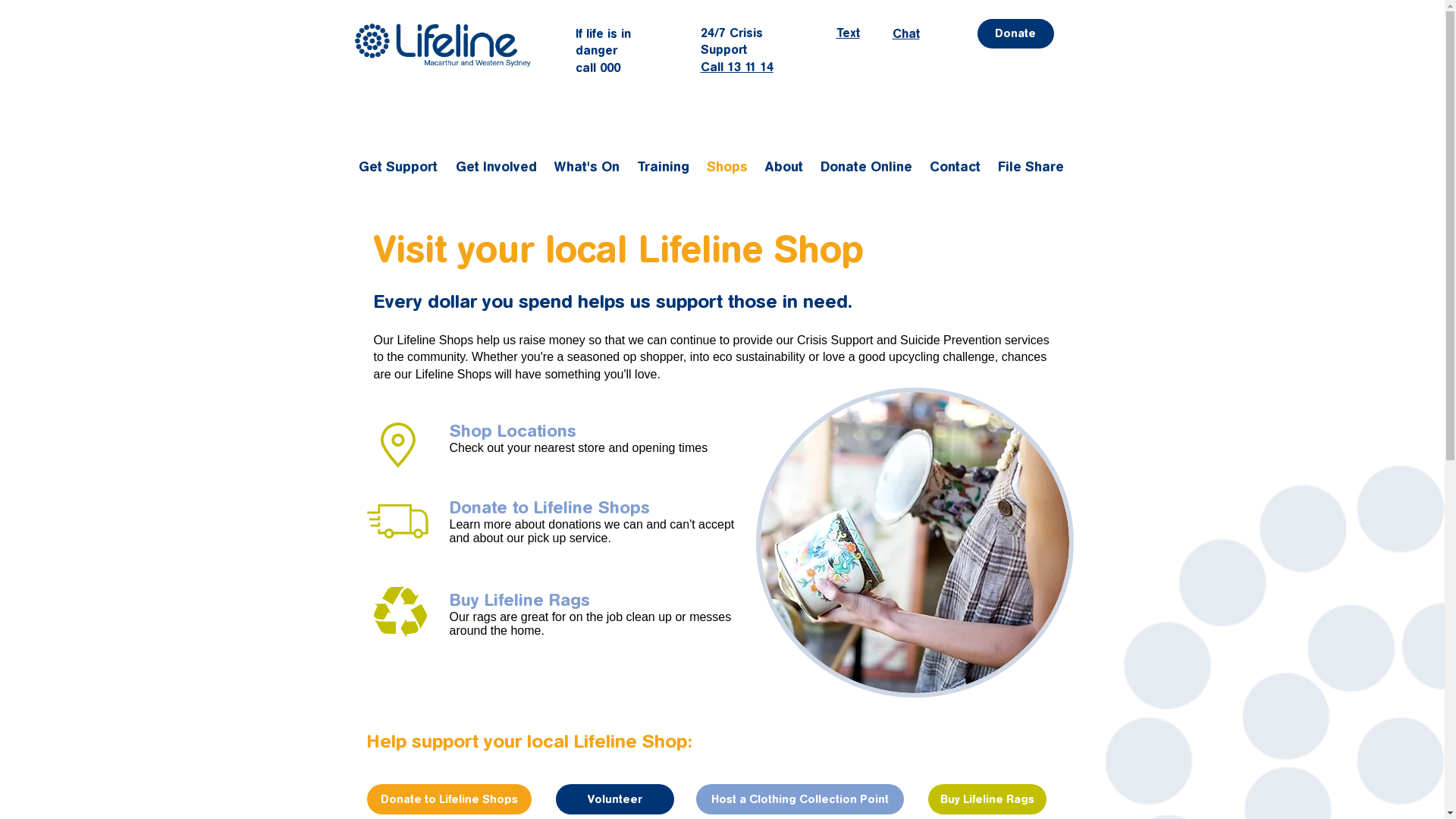  What do you see at coordinates (614, 798) in the screenshot?
I see `'Volunteer'` at bounding box center [614, 798].